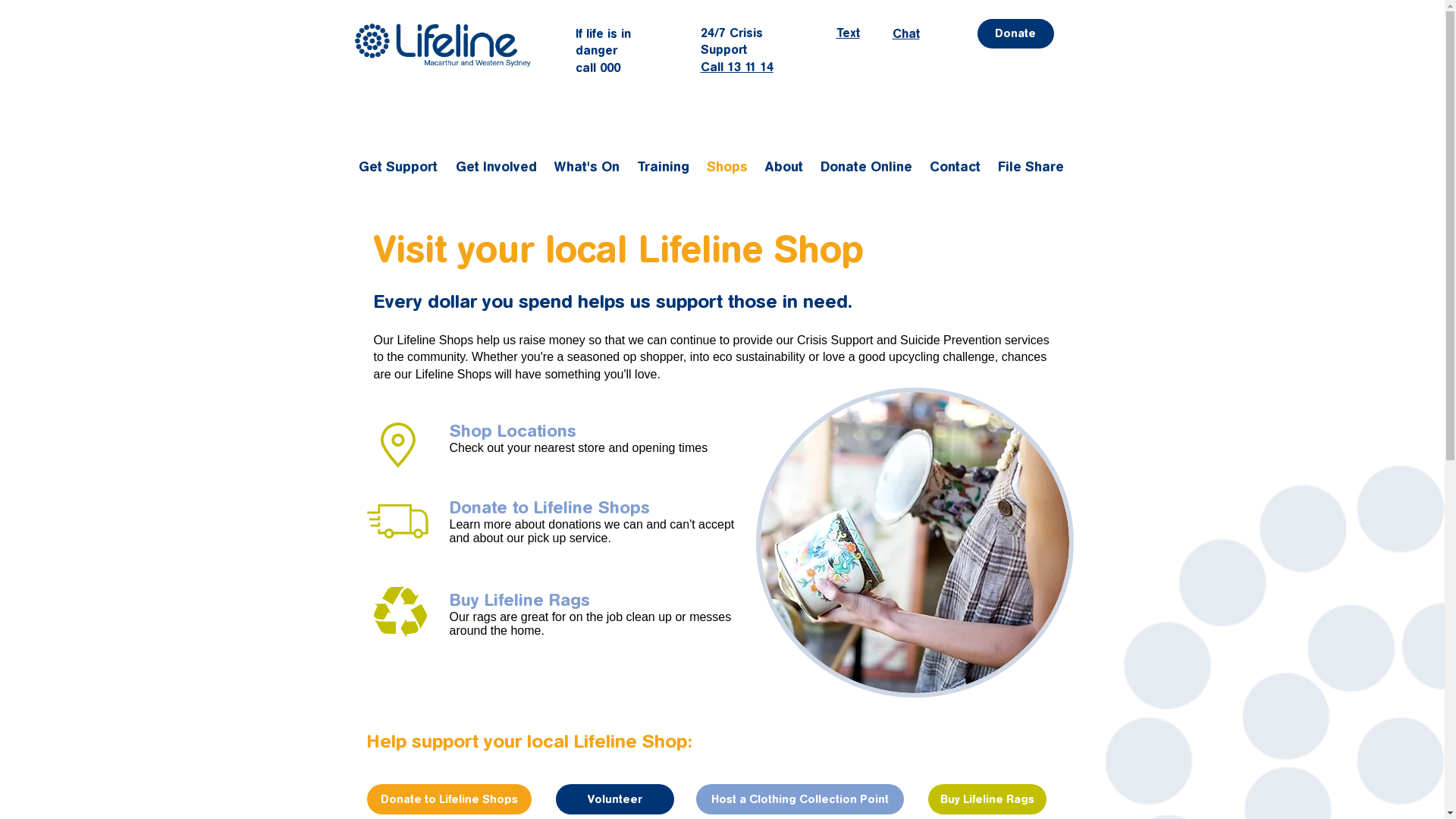  What do you see at coordinates (614, 798) in the screenshot?
I see `'Volunteer'` at bounding box center [614, 798].